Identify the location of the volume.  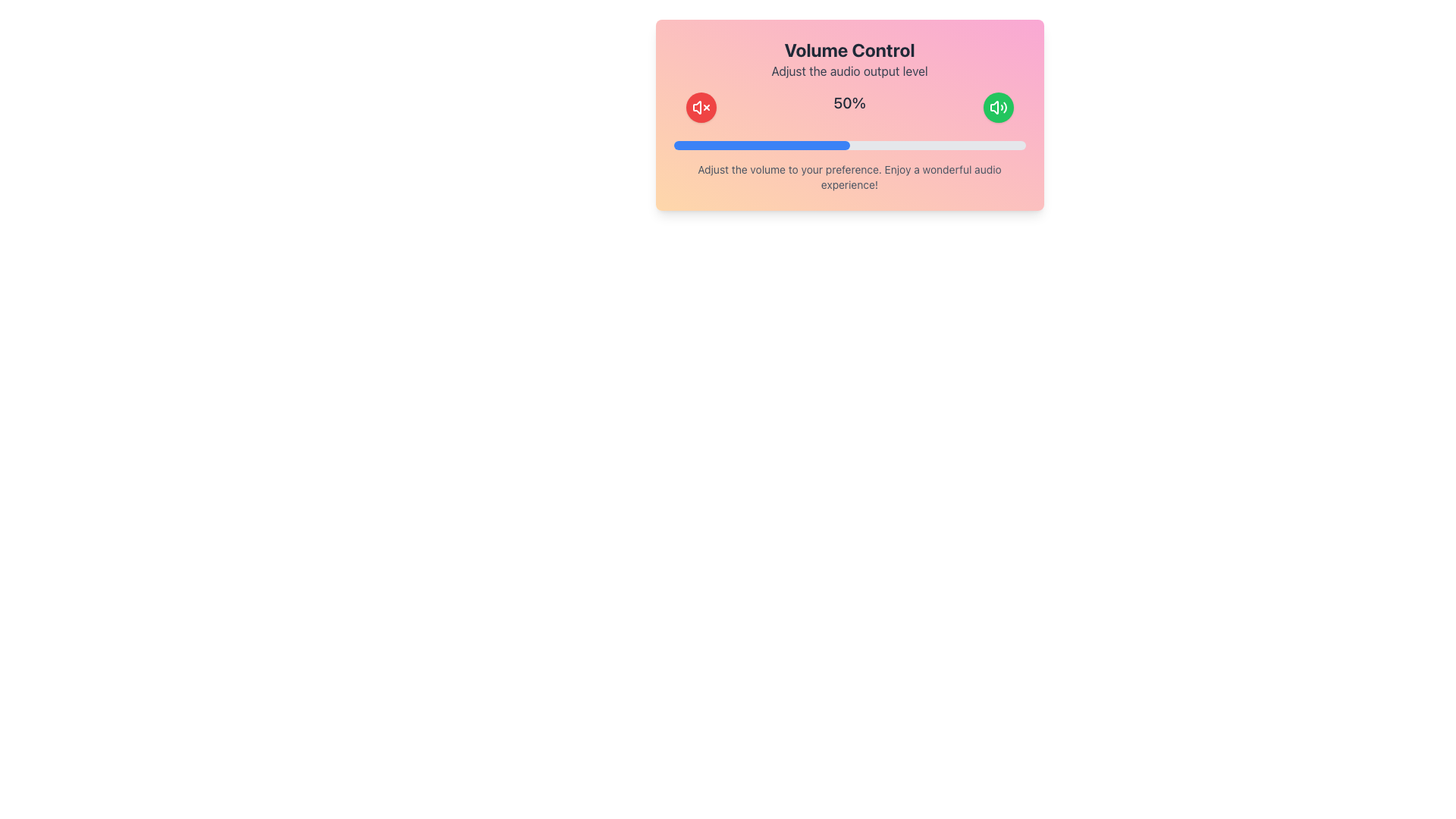
(961, 146).